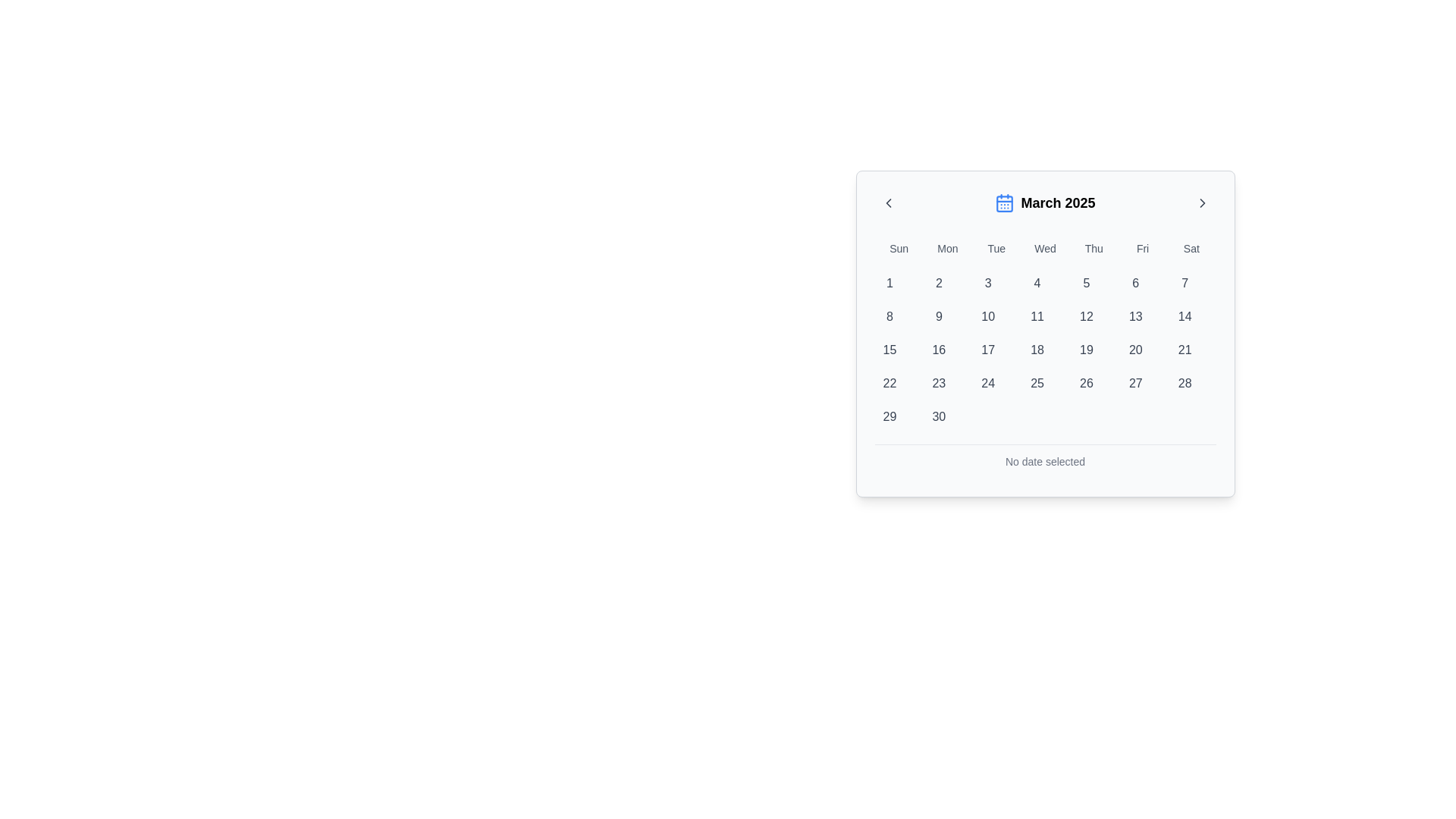  Describe the element at coordinates (1084, 284) in the screenshot. I see `the calendar date button representing '5'` at that location.